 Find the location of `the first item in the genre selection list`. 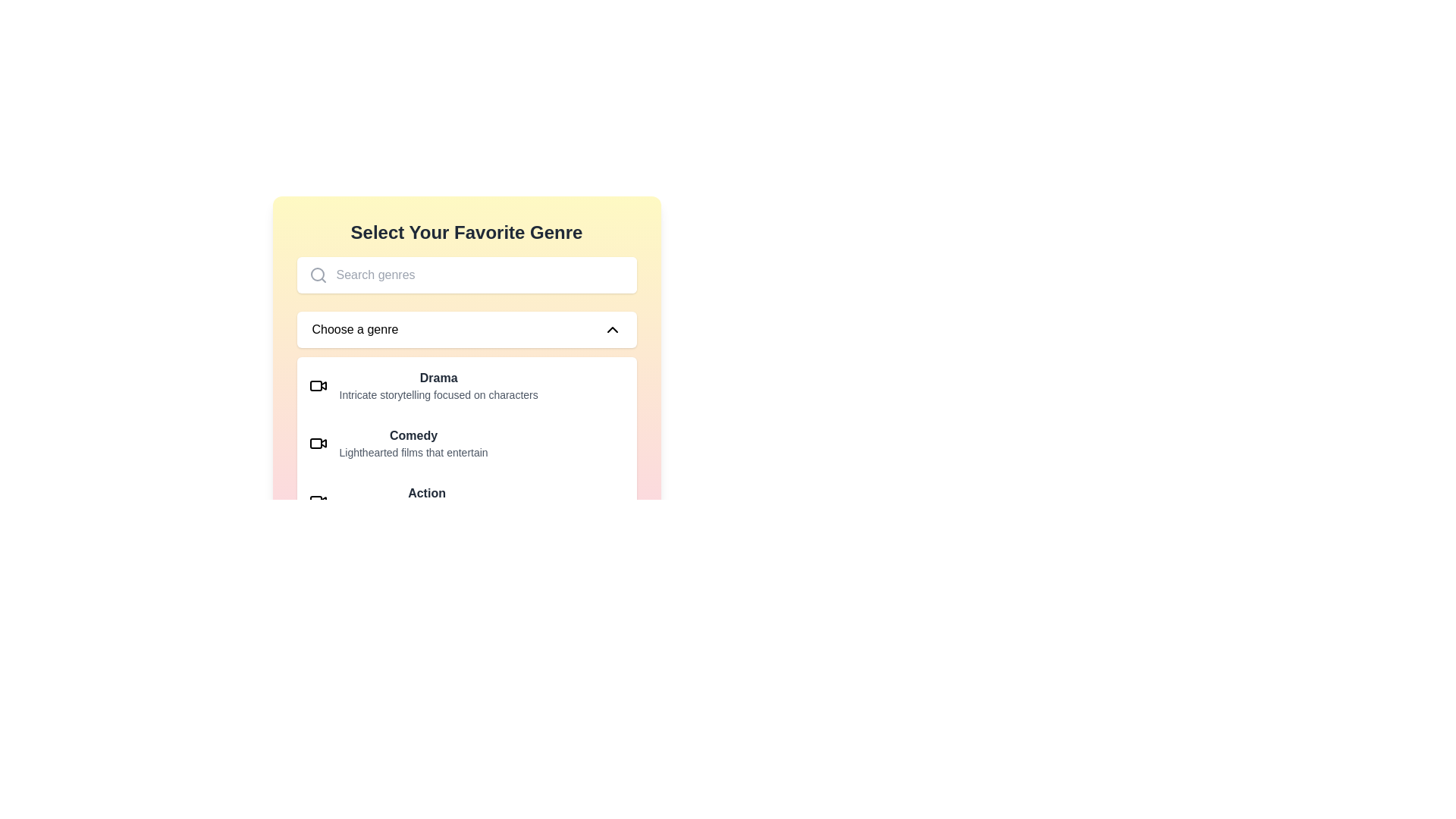

the first item in the genre selection list is located at coordinates (438, 385).